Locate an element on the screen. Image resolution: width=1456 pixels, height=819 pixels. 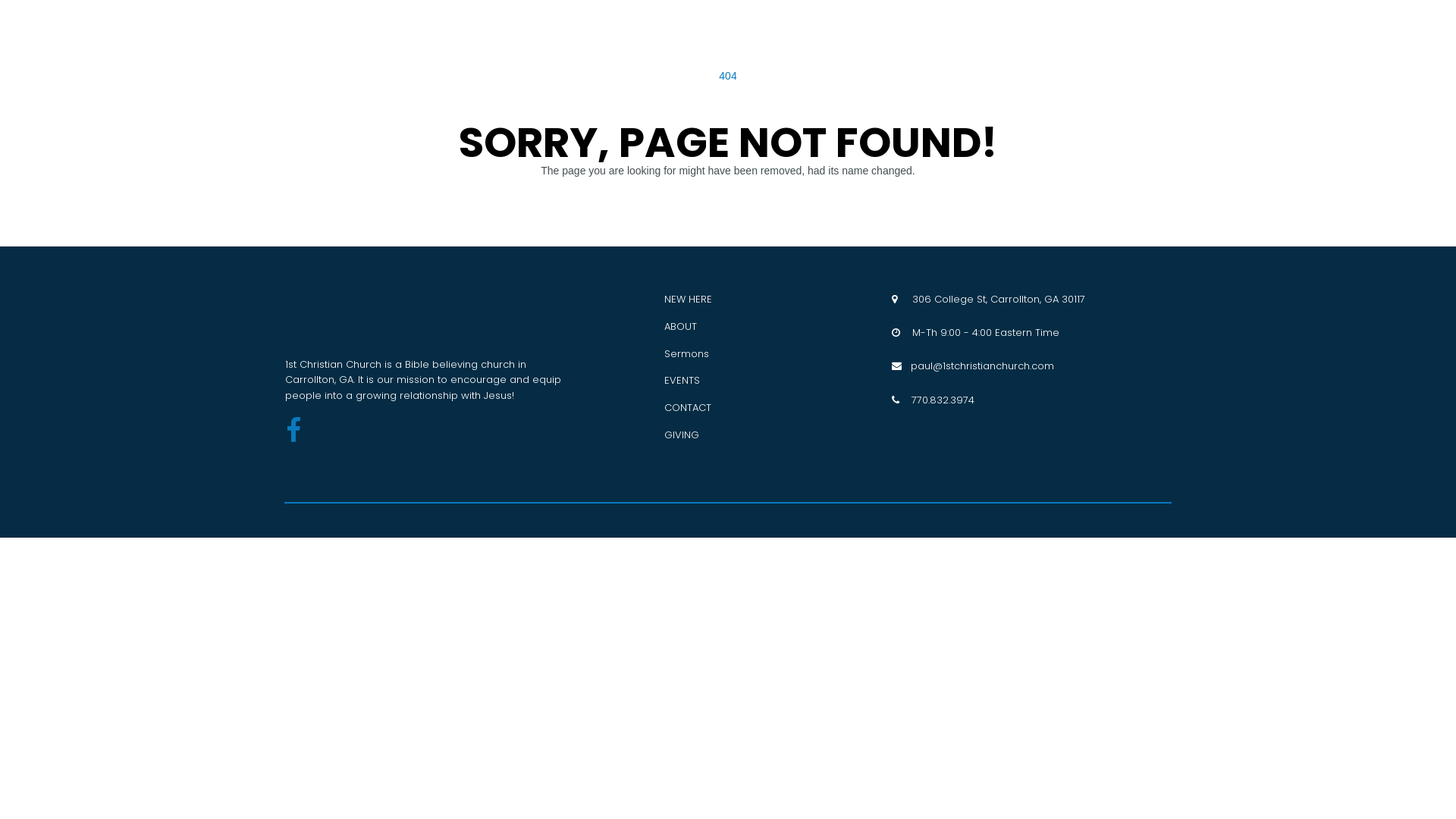
'ABOUT' is located at coordinates (679, 325).